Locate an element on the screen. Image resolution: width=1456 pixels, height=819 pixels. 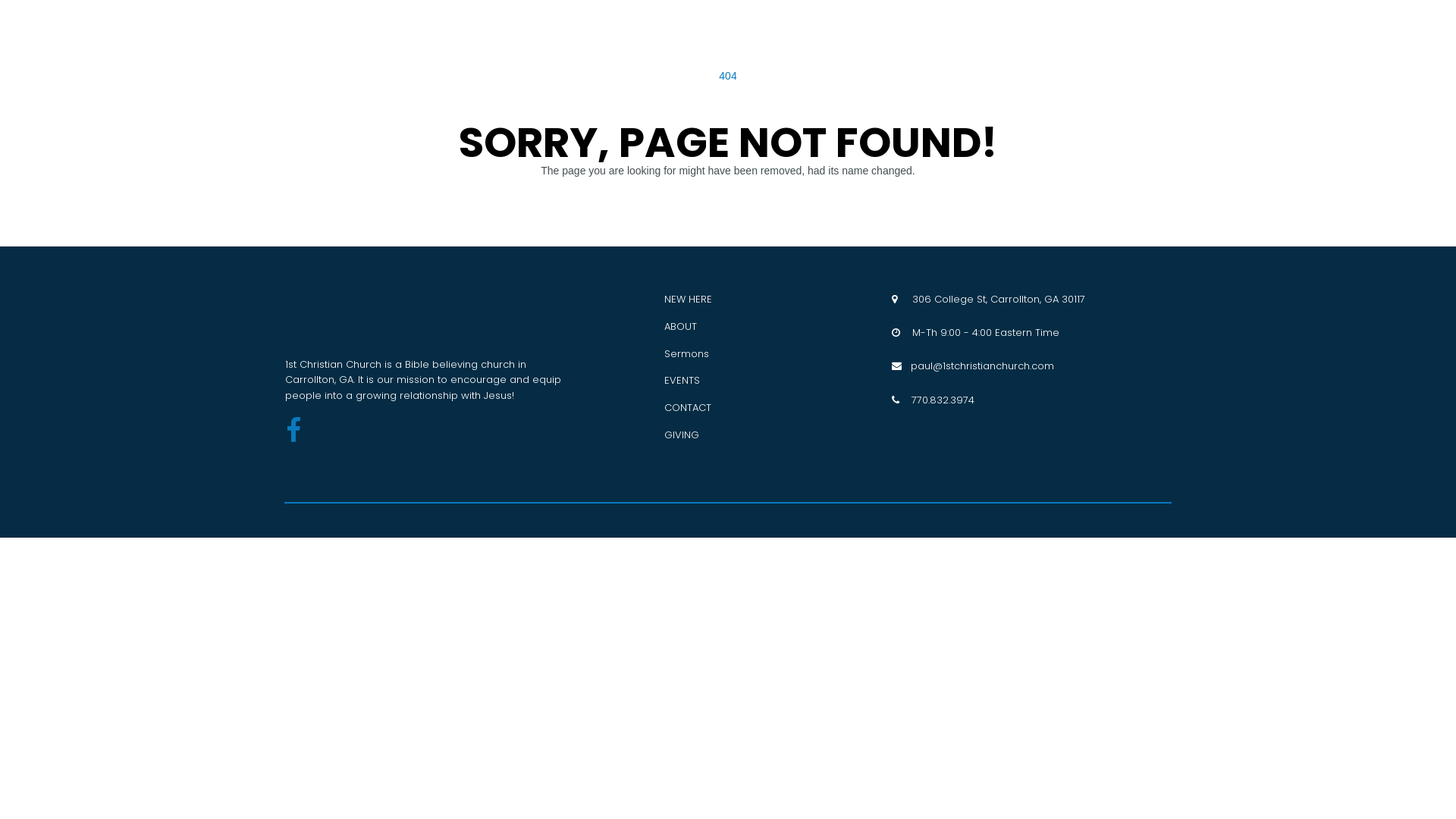
'ABOUT' is located at coordinates (679, 325).